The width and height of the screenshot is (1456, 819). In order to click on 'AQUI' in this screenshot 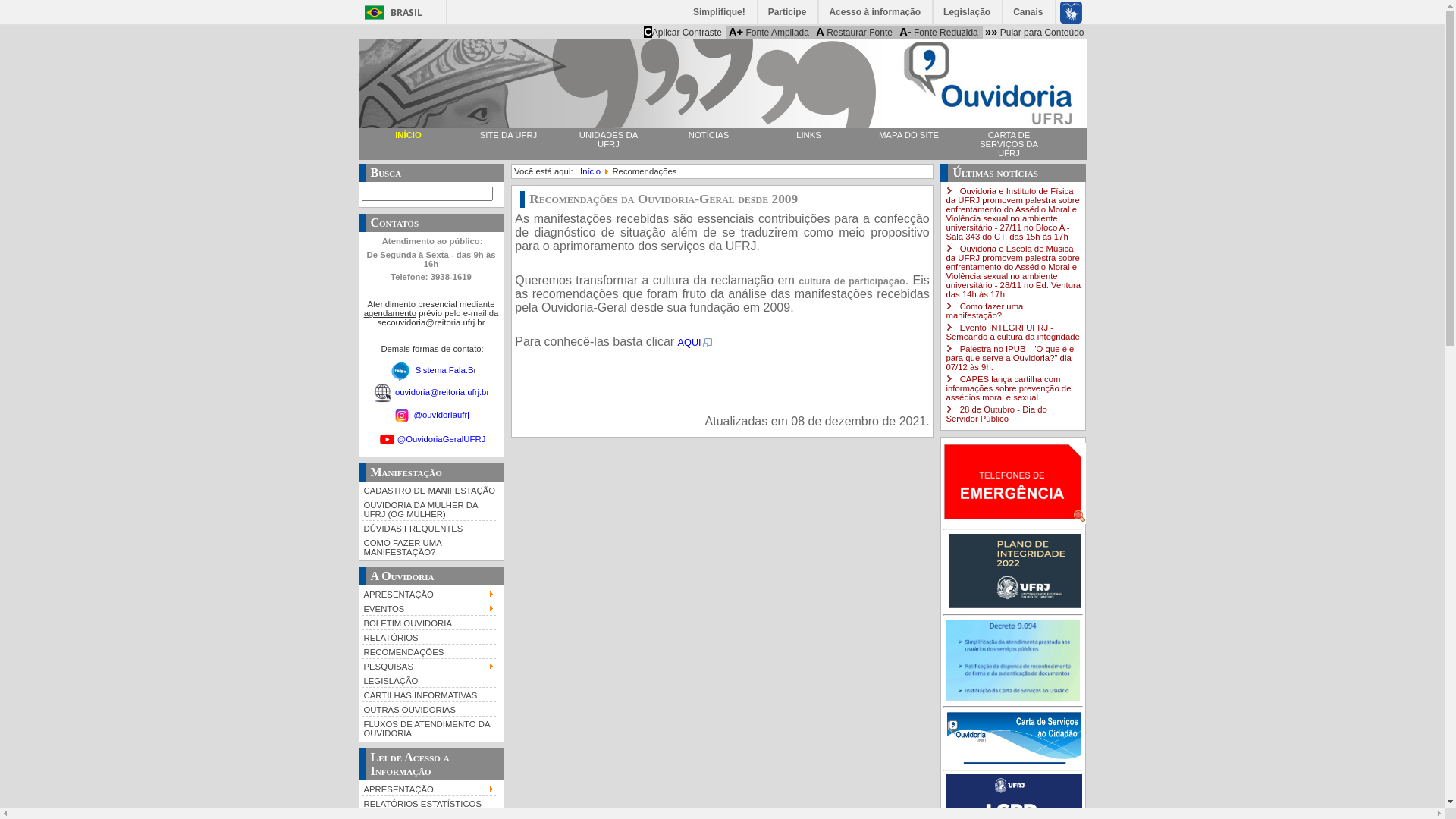, I will do `click(695, 342)`.